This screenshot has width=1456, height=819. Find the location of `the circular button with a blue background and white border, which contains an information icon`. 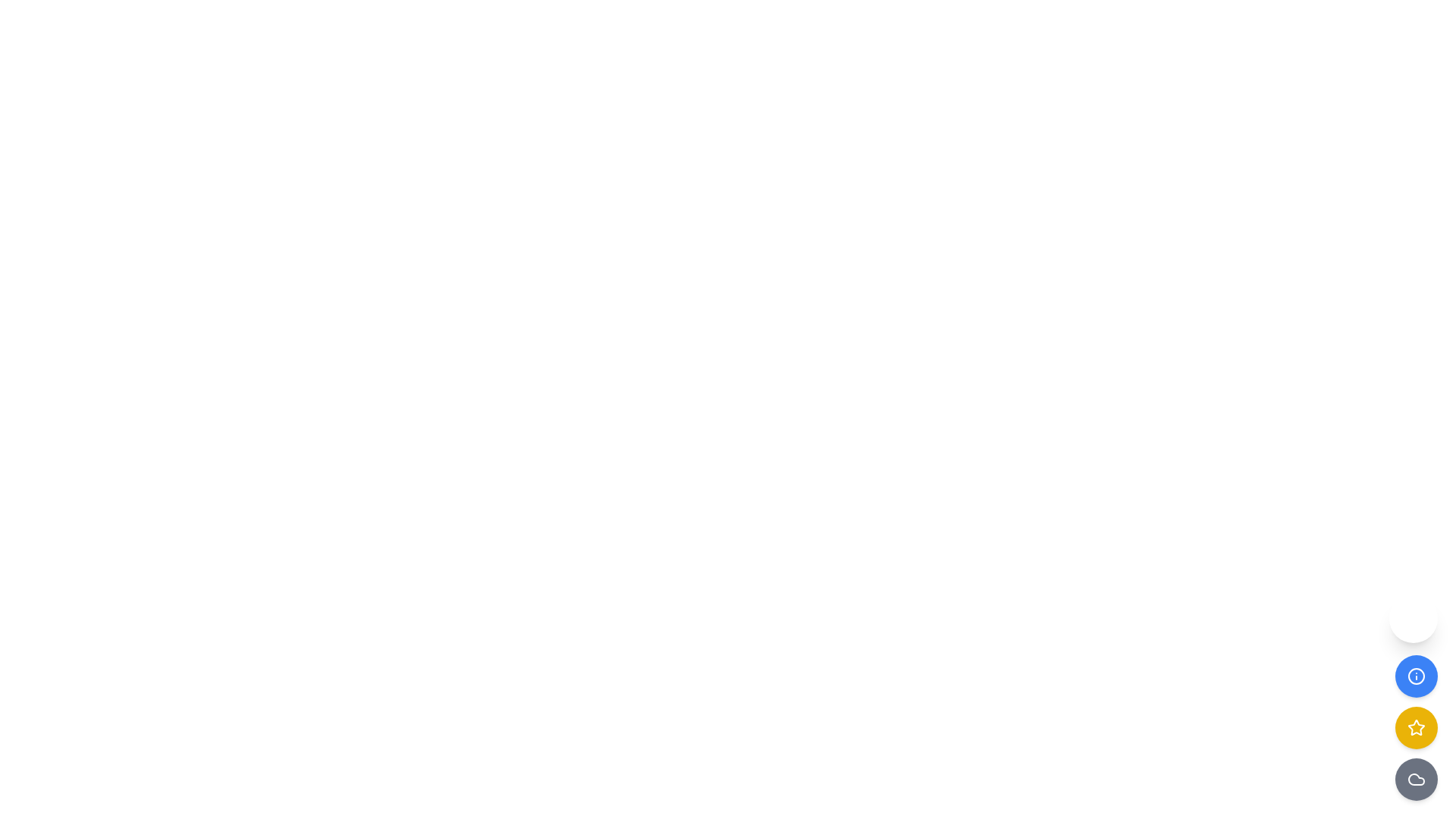

the circular button with a blue background and white border, which contains an information icon is located at coordinates (1415, 675).